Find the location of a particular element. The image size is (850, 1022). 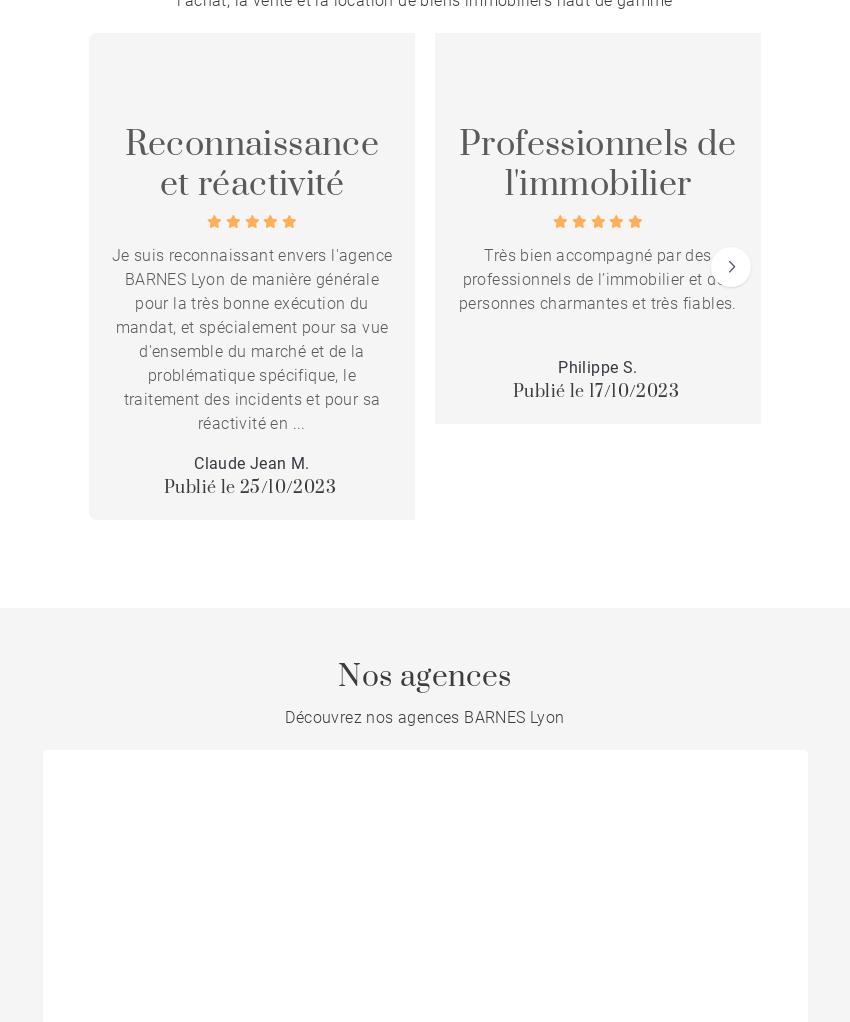

'Très bien accompagné par des professionnels de l’immobilier et des personnes charmantes et très fiables.' is located at coordinates (596, 279).